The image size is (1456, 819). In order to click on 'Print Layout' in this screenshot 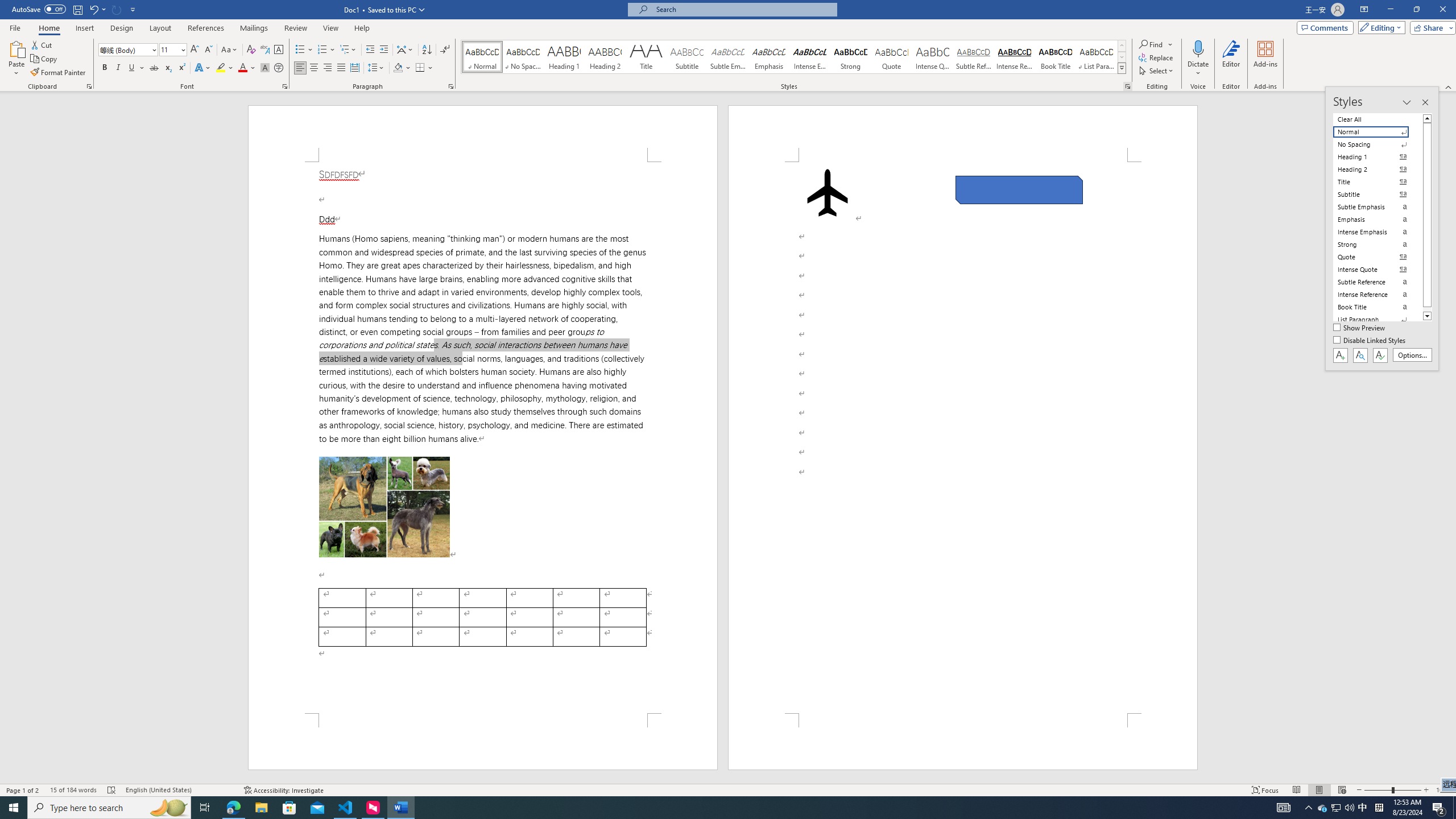, I will do `click(1319, 790)`.